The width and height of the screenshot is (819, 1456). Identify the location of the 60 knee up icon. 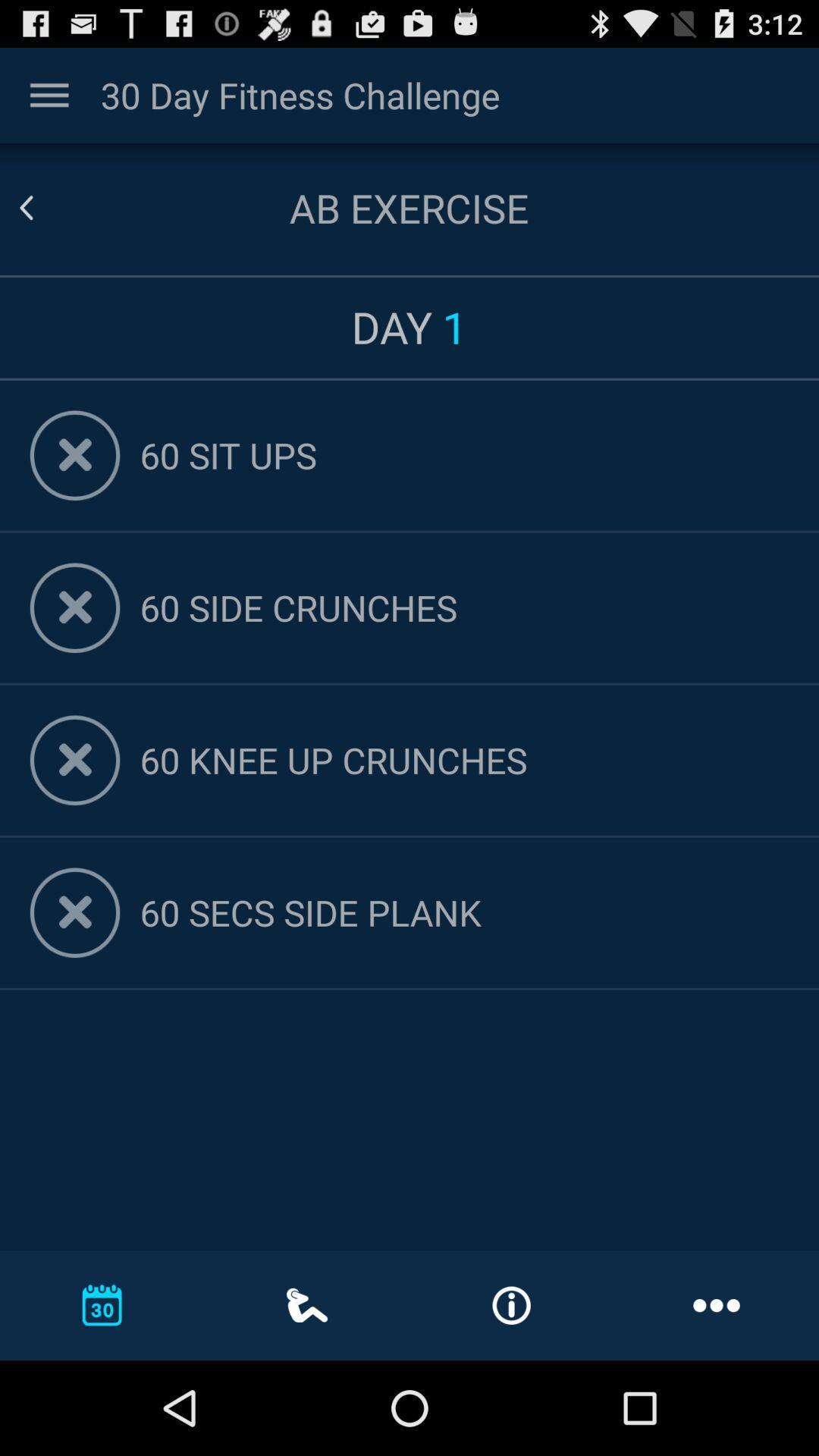
(463, 760).